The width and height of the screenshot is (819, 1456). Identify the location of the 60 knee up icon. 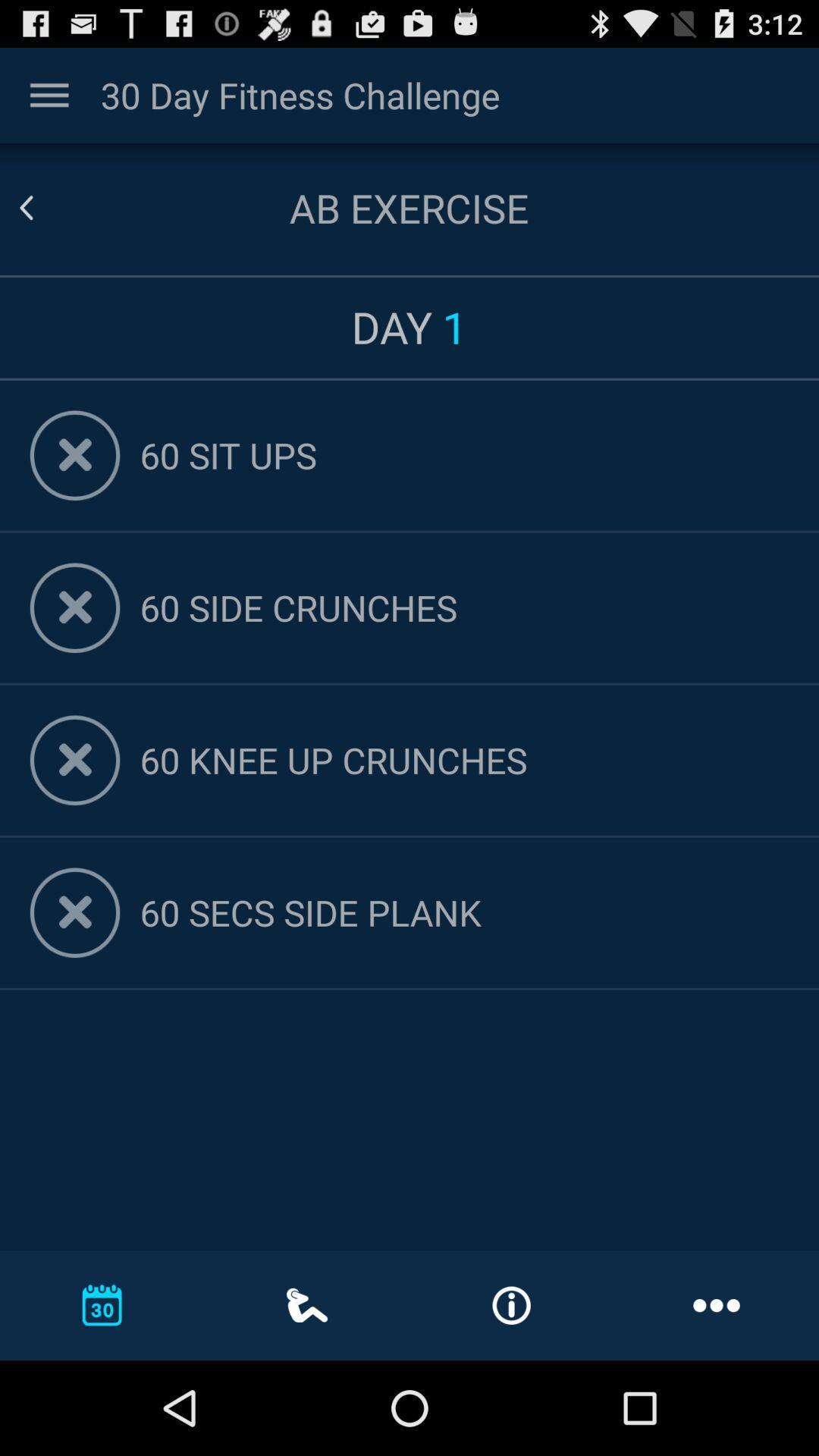
(463, 760).